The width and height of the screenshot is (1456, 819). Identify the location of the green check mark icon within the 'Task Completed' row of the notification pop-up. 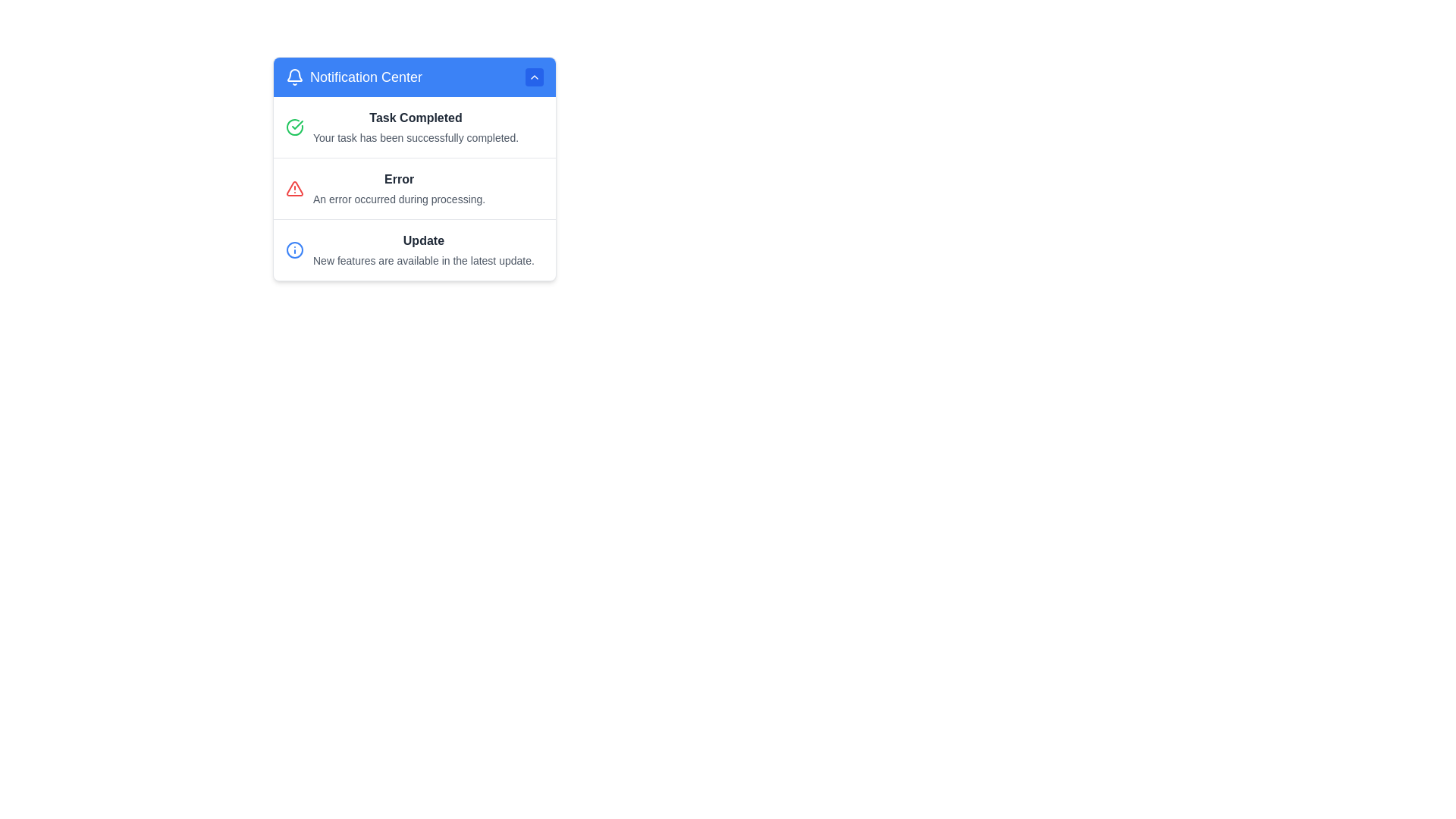
(294, 127).